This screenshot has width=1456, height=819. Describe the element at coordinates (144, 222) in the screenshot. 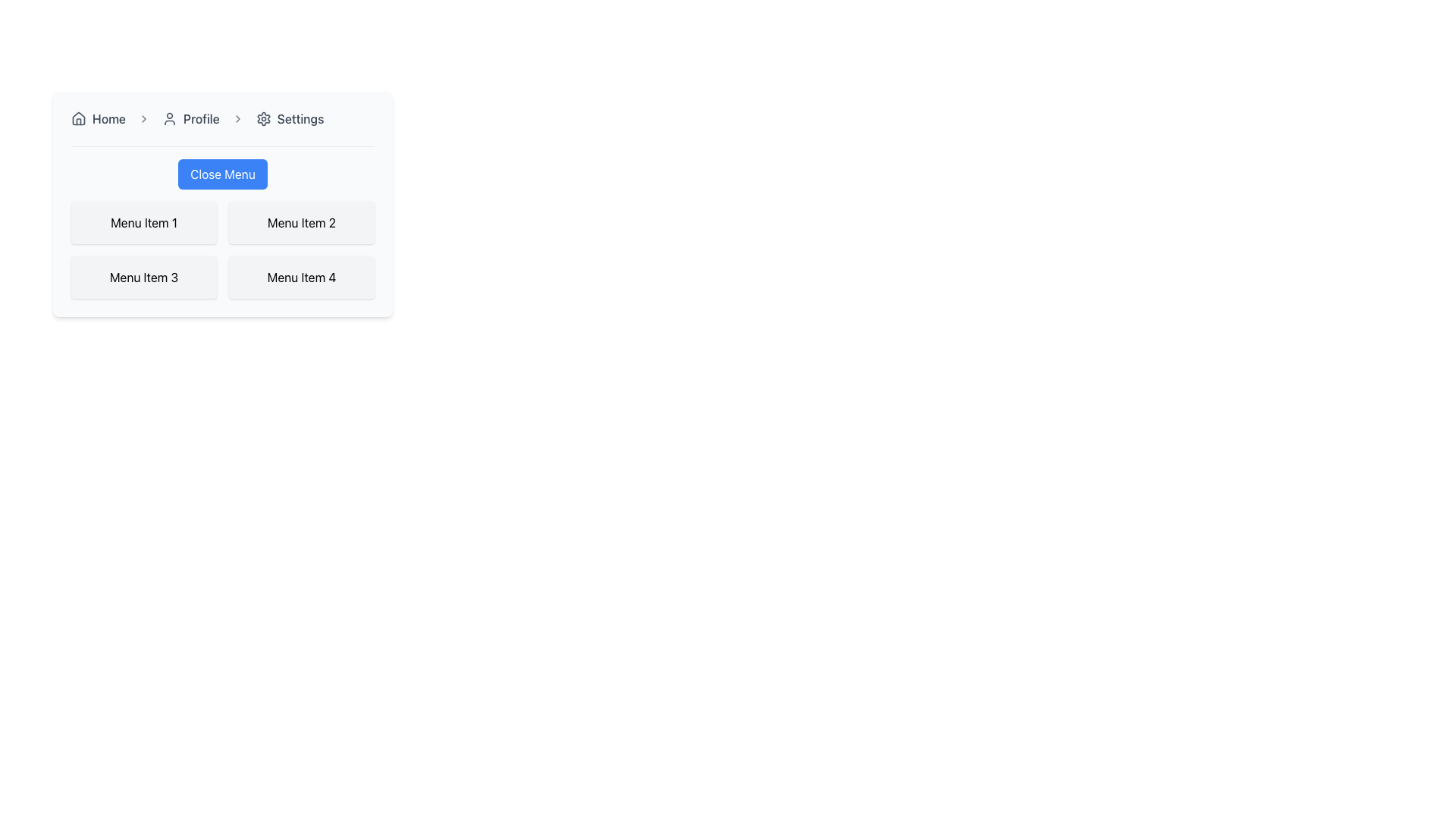

I see `the button labeled 'Menu Item 1', which is a rectangular button with rounded corners and a light gray background` at that location.